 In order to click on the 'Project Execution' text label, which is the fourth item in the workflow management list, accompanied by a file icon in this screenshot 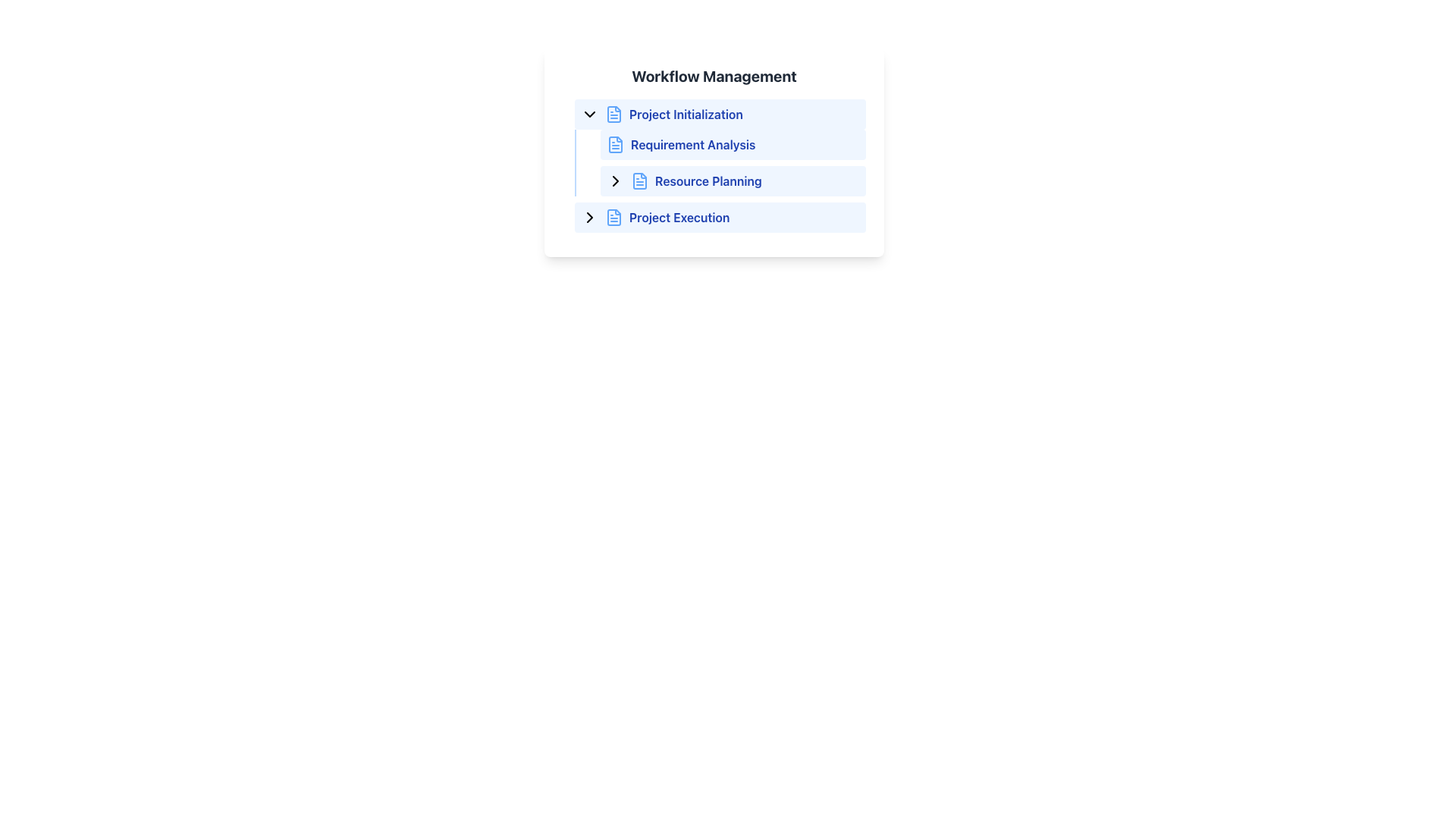, I will do `click(679, 217)`.